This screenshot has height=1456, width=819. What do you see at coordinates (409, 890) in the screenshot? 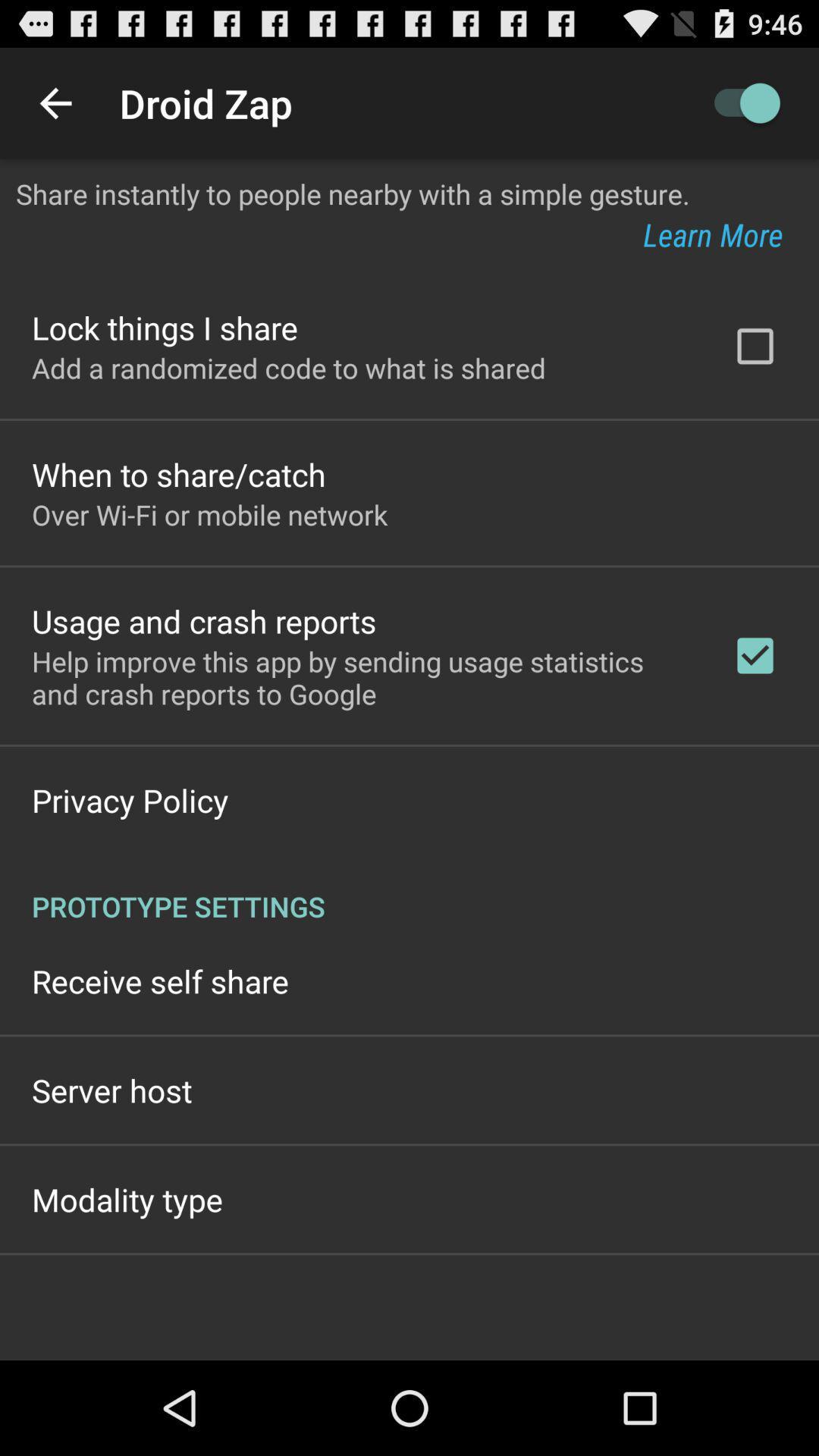
I see `prototype settings` at bounding box center [409, 890].